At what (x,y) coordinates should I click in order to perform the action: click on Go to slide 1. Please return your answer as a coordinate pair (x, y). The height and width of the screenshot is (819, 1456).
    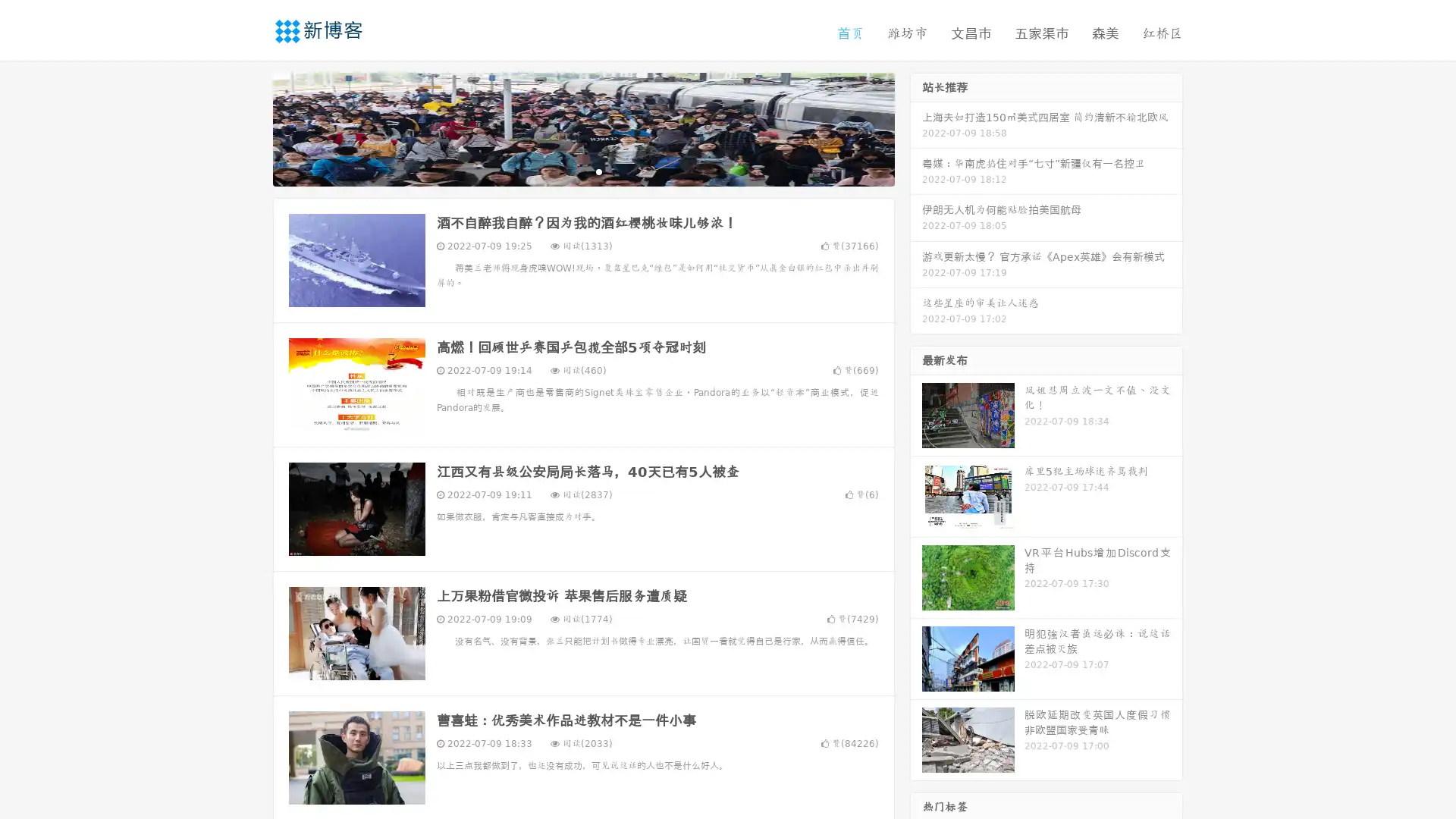
    Looking at the image, I should click on (567, 171).